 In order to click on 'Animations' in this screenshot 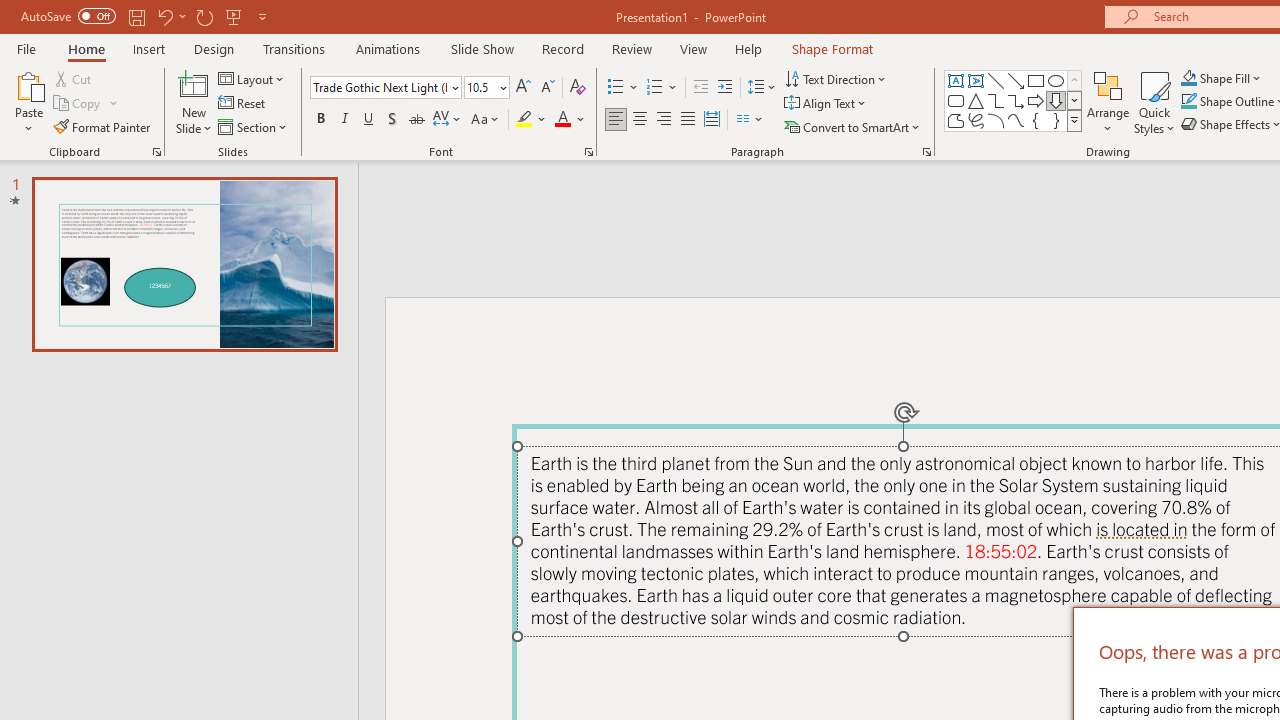, I will do `click(388, 48)`.